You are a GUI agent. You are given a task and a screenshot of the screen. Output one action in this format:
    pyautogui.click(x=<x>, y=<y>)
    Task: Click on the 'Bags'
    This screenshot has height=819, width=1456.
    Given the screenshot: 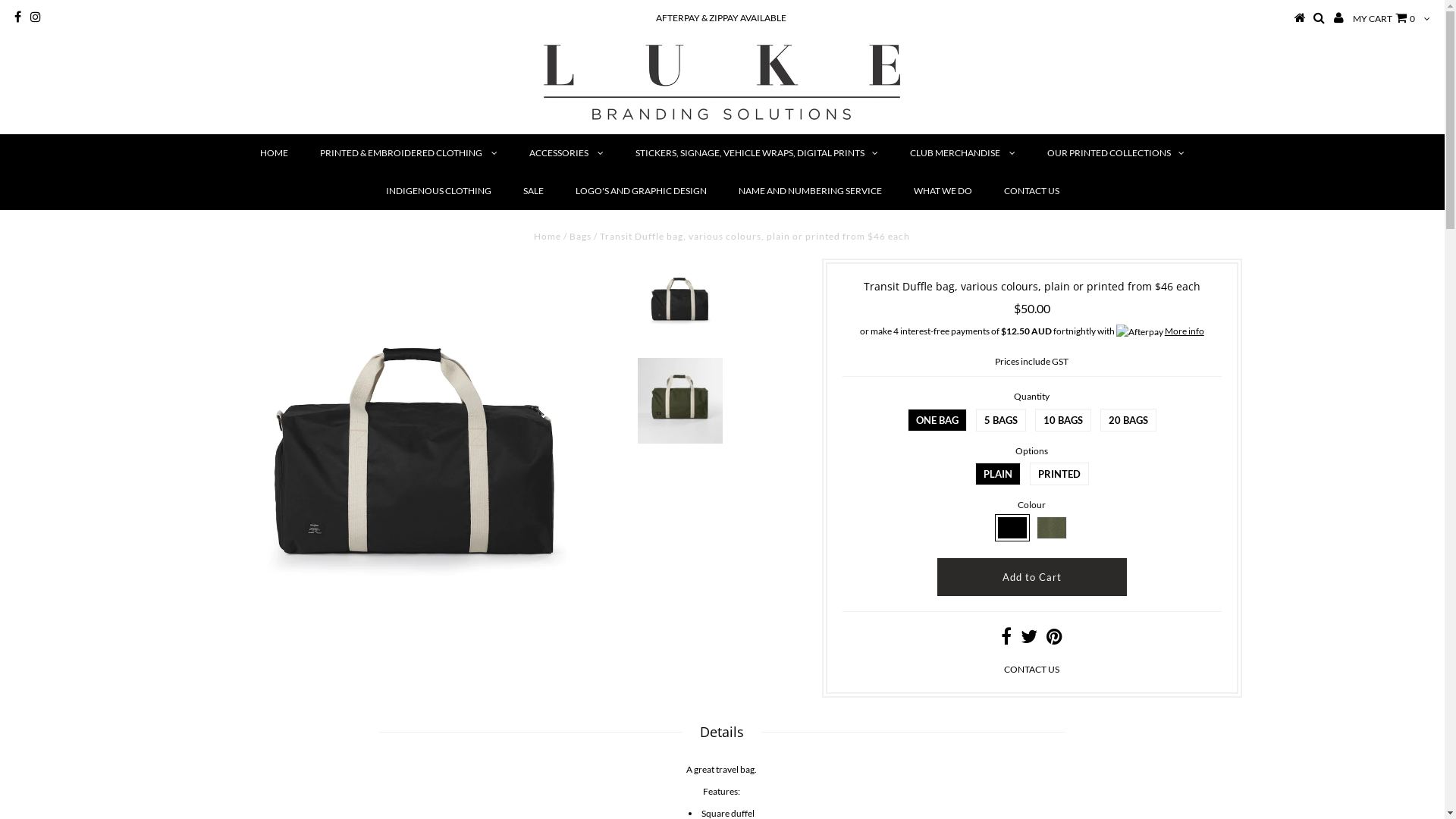 What is the action you would take?
    pyautogui.click(x=579, y=236)
    